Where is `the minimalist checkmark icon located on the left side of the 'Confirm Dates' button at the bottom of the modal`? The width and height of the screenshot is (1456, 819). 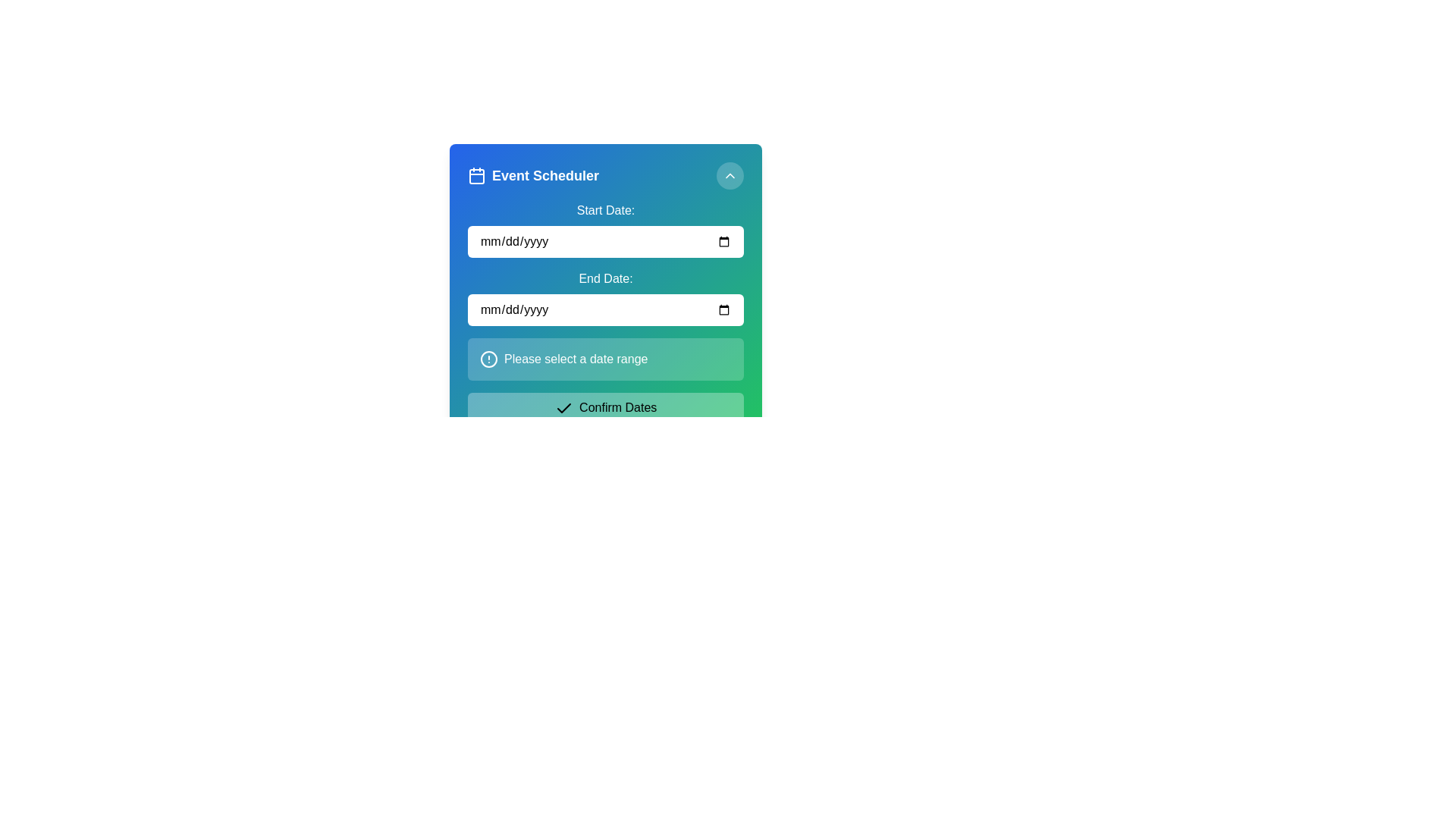 the minimalist checkmark icon located on the left side of the 'Confirm Dates' button at the bottom of the modal is located at coordinates (563, 407).